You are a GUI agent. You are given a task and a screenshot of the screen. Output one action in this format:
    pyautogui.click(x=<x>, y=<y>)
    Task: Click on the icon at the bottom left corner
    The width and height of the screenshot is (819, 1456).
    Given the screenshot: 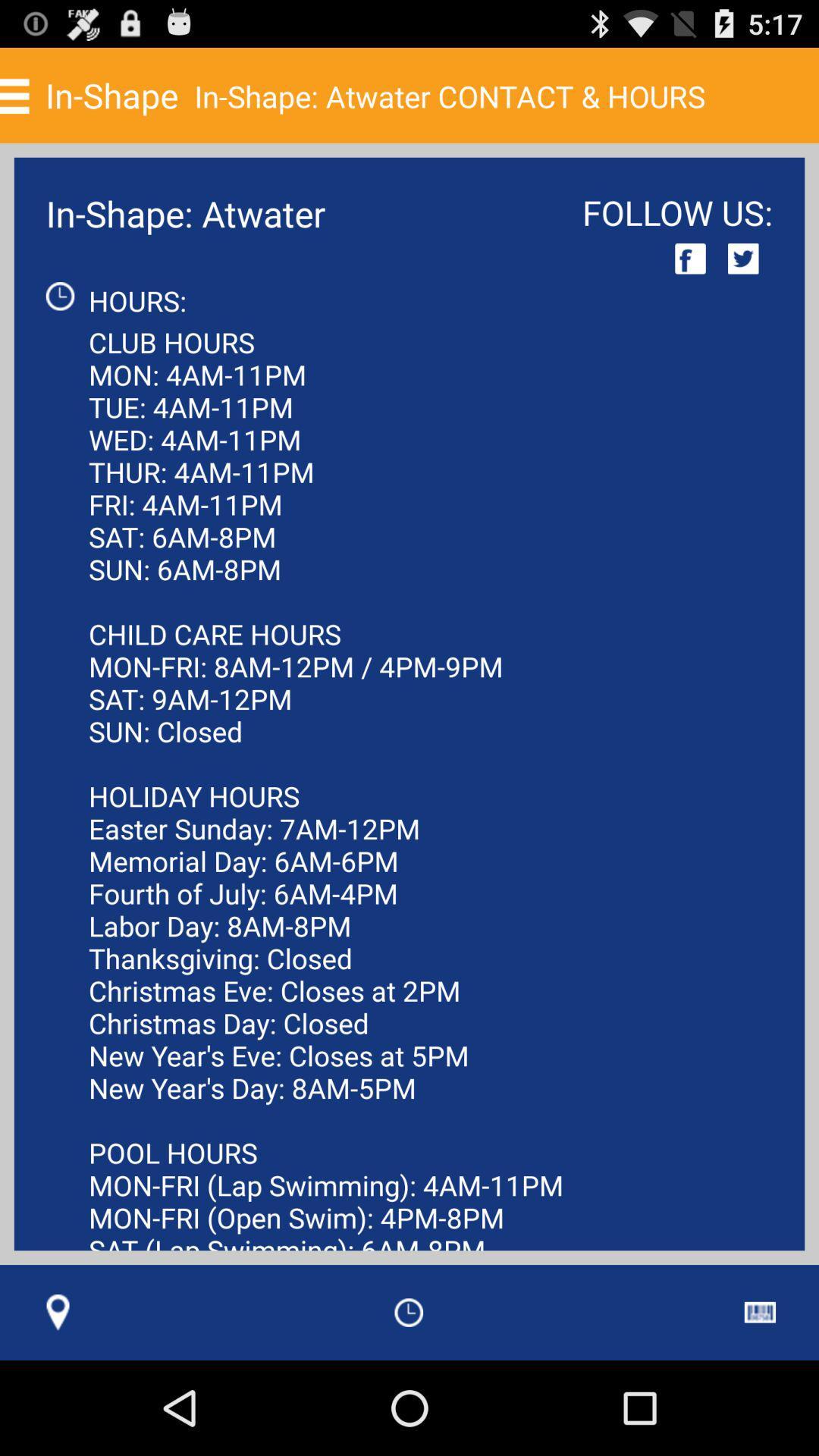 What is the action you would take?
    pyautogui.click(x=57, y=1312)
    